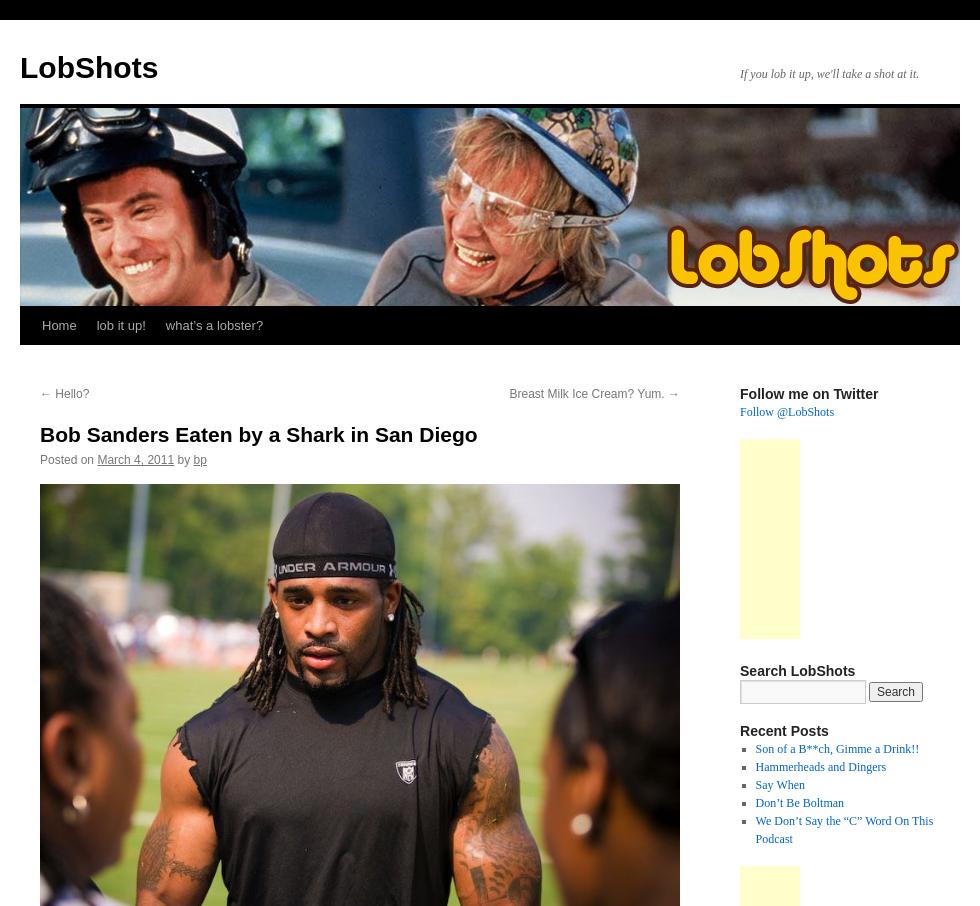  Describe the element at coordinates (588, 393) in the screenshot. I see `'Breast Milk Ice Cream? Yum.'` at that location.